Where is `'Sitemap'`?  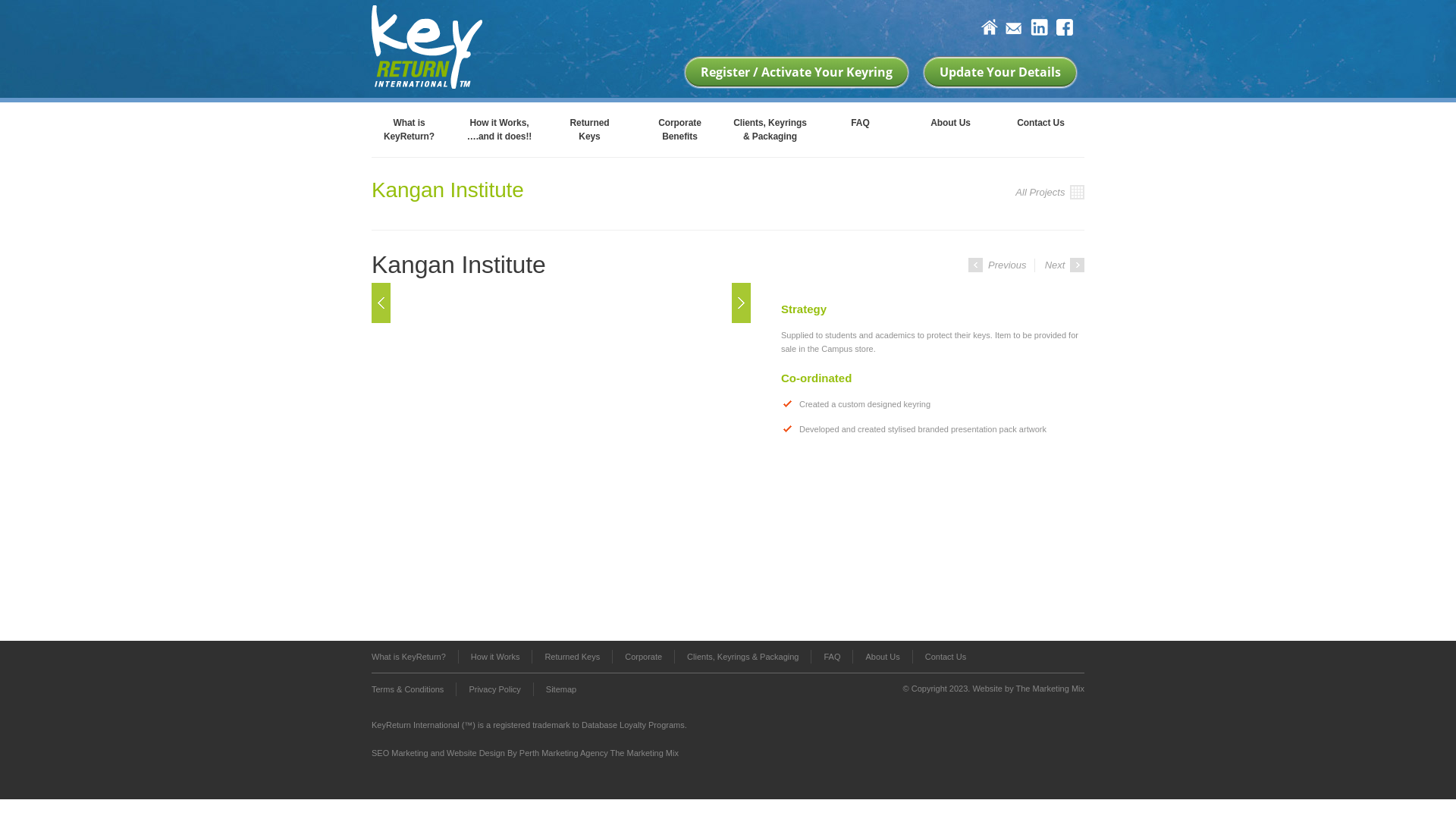 'Sitemap' is located at coordinates (532, 689).